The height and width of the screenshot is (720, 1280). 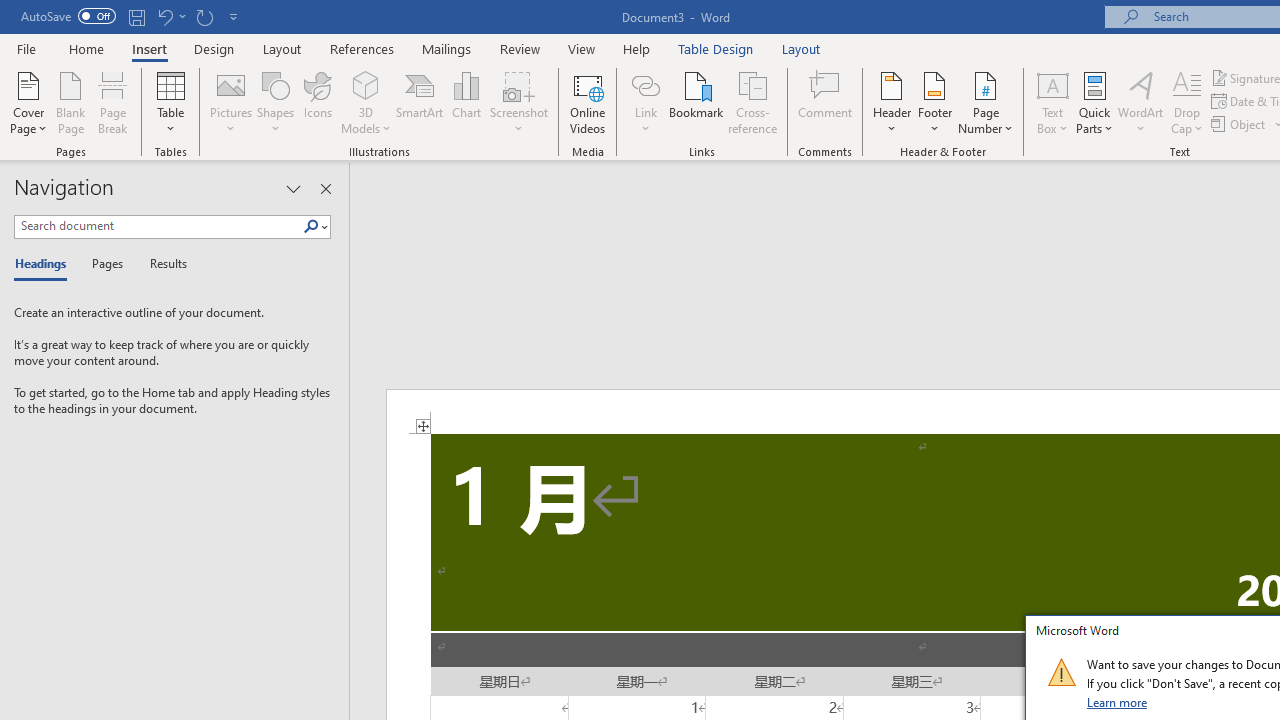 I want to click on 'Table', so click(x=170, y=103).